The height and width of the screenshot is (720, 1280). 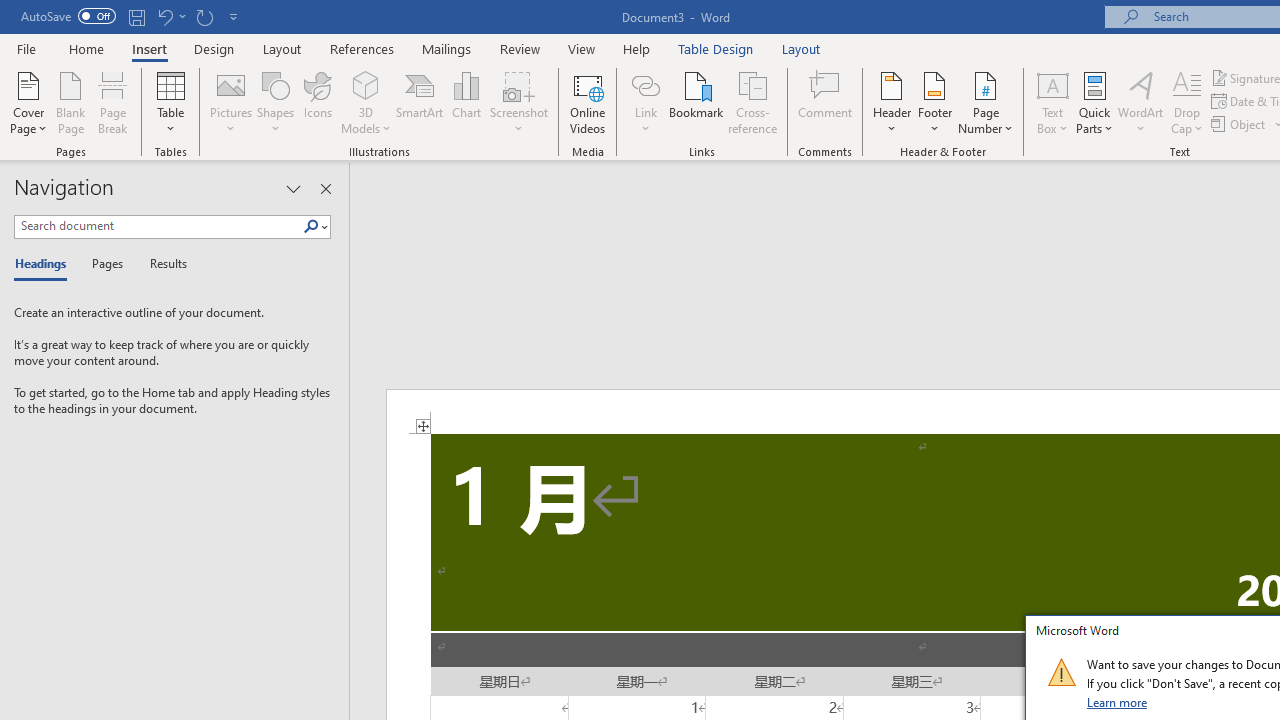 I want to click on 'Table', so click(x=170, y=103).